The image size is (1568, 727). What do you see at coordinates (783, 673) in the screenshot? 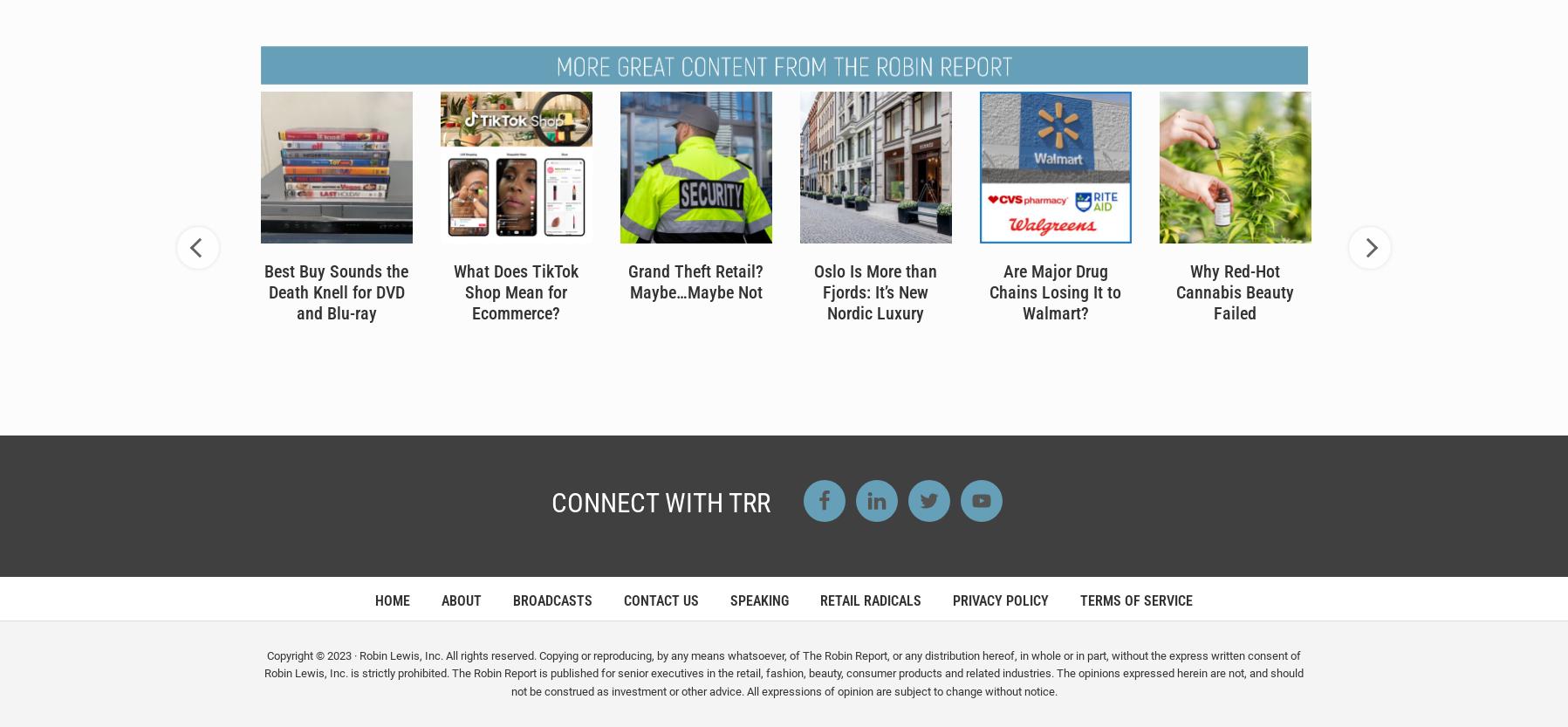
I see `'Copyright © 2023 · Robin Lewis, Inc. All rights reserved. Copying or reproducing, by any means whatsoever, of The Robin Report, or any distribution hereof, in whole or in part, without the express written consent of Robin Lewis, Inc. is strictly prohibited. The Robin Report is published for senior executives in the retail, fashion, beauty, consumer products and related industries. The opinions expressed herein are not, and should not be construed as investment or other advice. All expressions of opinion are subject to change without notice.'` at bounding box center [783, 673].